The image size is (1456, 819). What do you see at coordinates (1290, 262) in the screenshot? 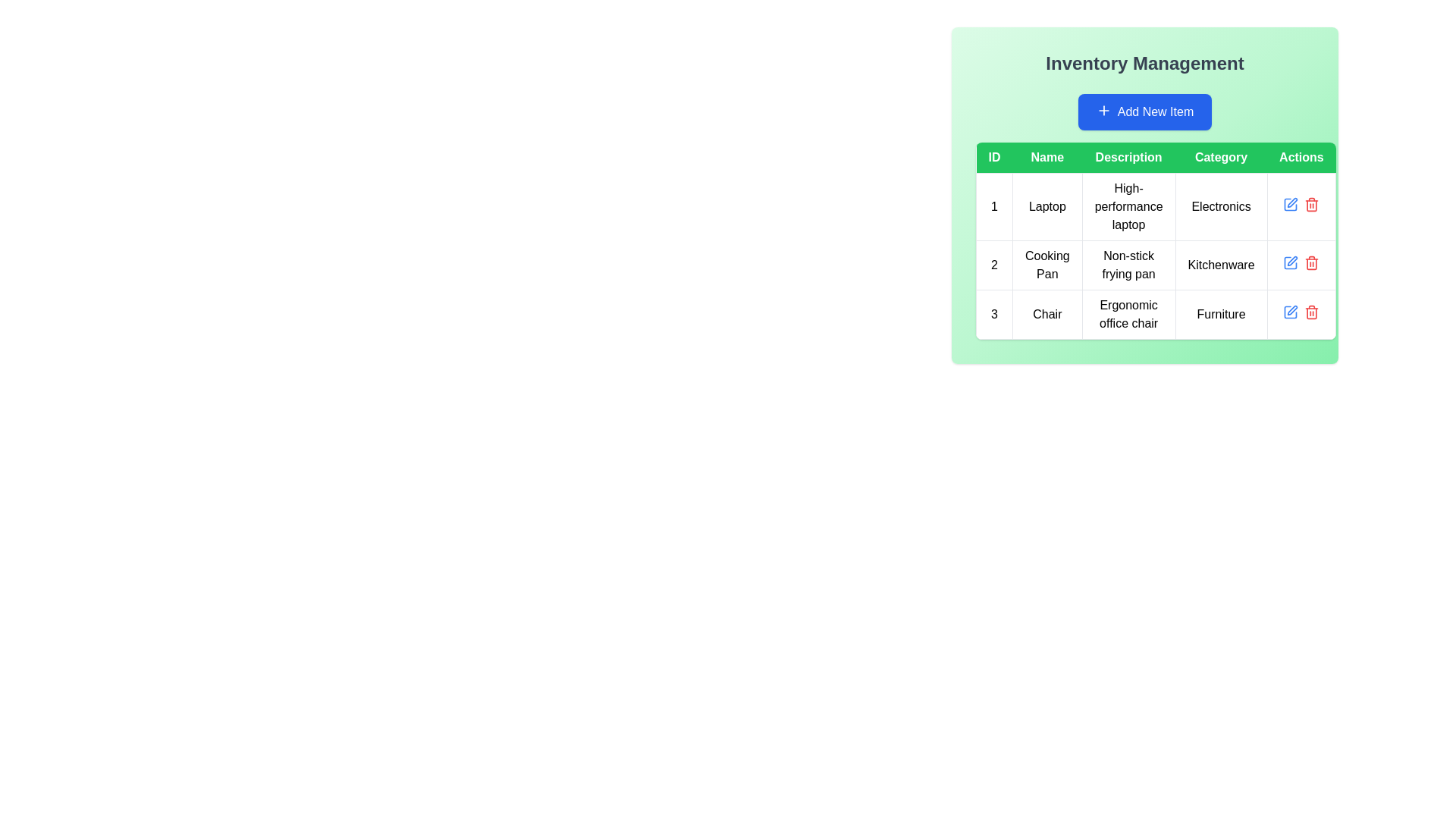
I see `the edit icon button located in the 'Actions' column of the second row in the table, associated with the 'Cooking Pan' entry, to initiate editing` at bounding box center [1290, 262].